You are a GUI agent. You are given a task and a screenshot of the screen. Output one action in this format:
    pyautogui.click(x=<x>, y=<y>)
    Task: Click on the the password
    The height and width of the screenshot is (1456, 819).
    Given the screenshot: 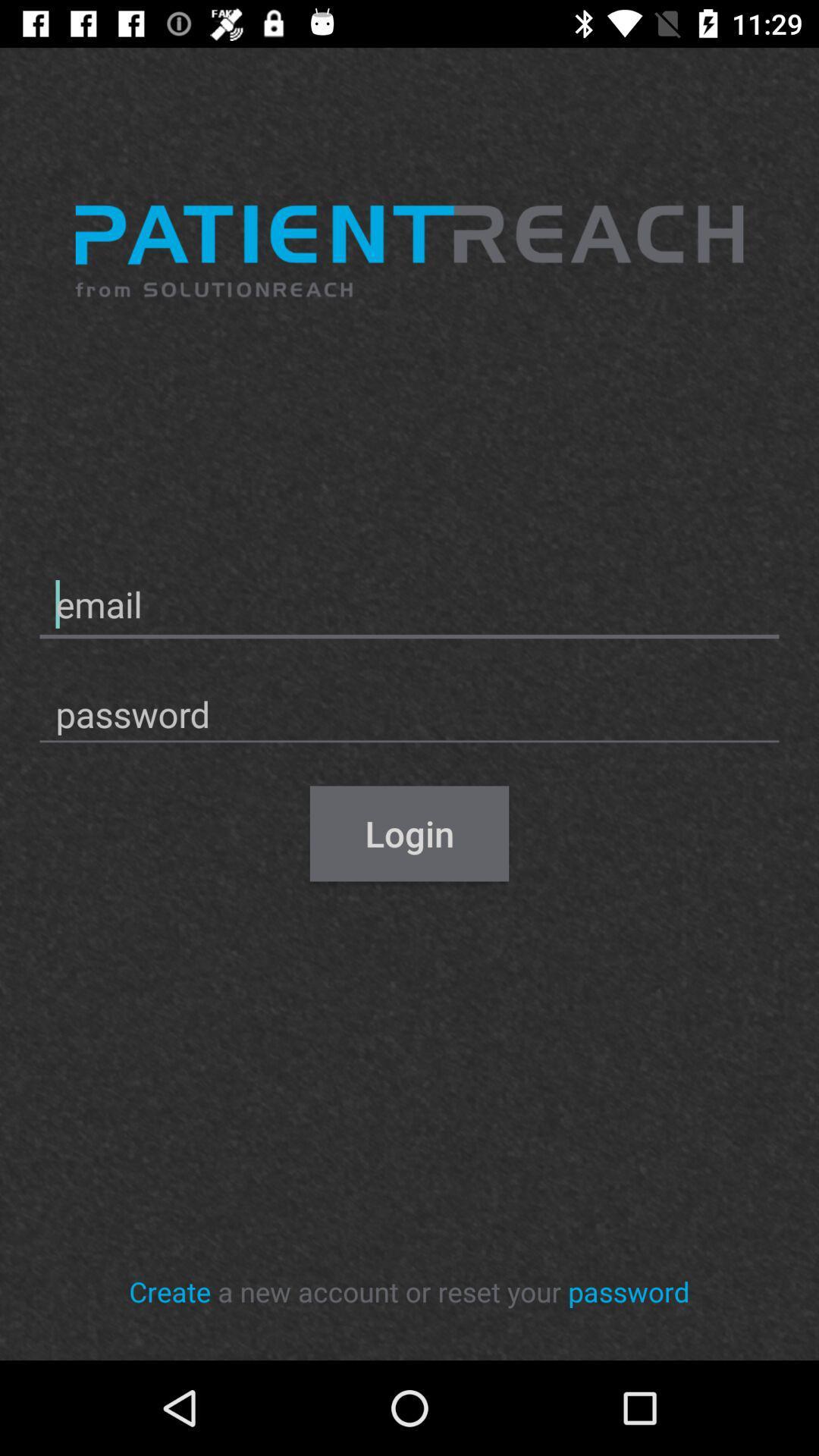 What is the action you would take?
    pyautogui.click(x=629, y=1291)
    